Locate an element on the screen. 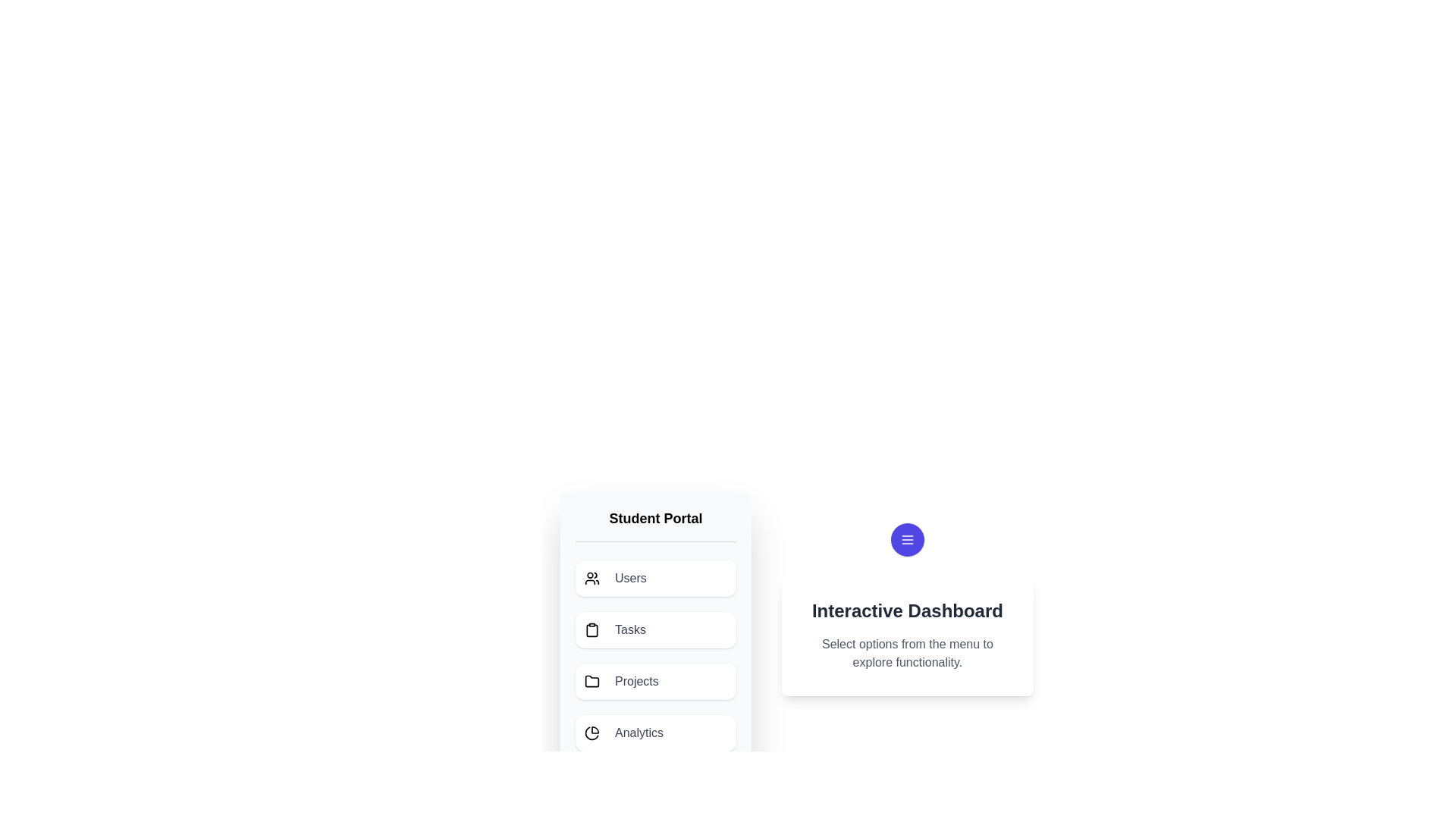 This screenshot has width=1456, height=819. the menu item Projects from the list is located at coordinates (655, 680).